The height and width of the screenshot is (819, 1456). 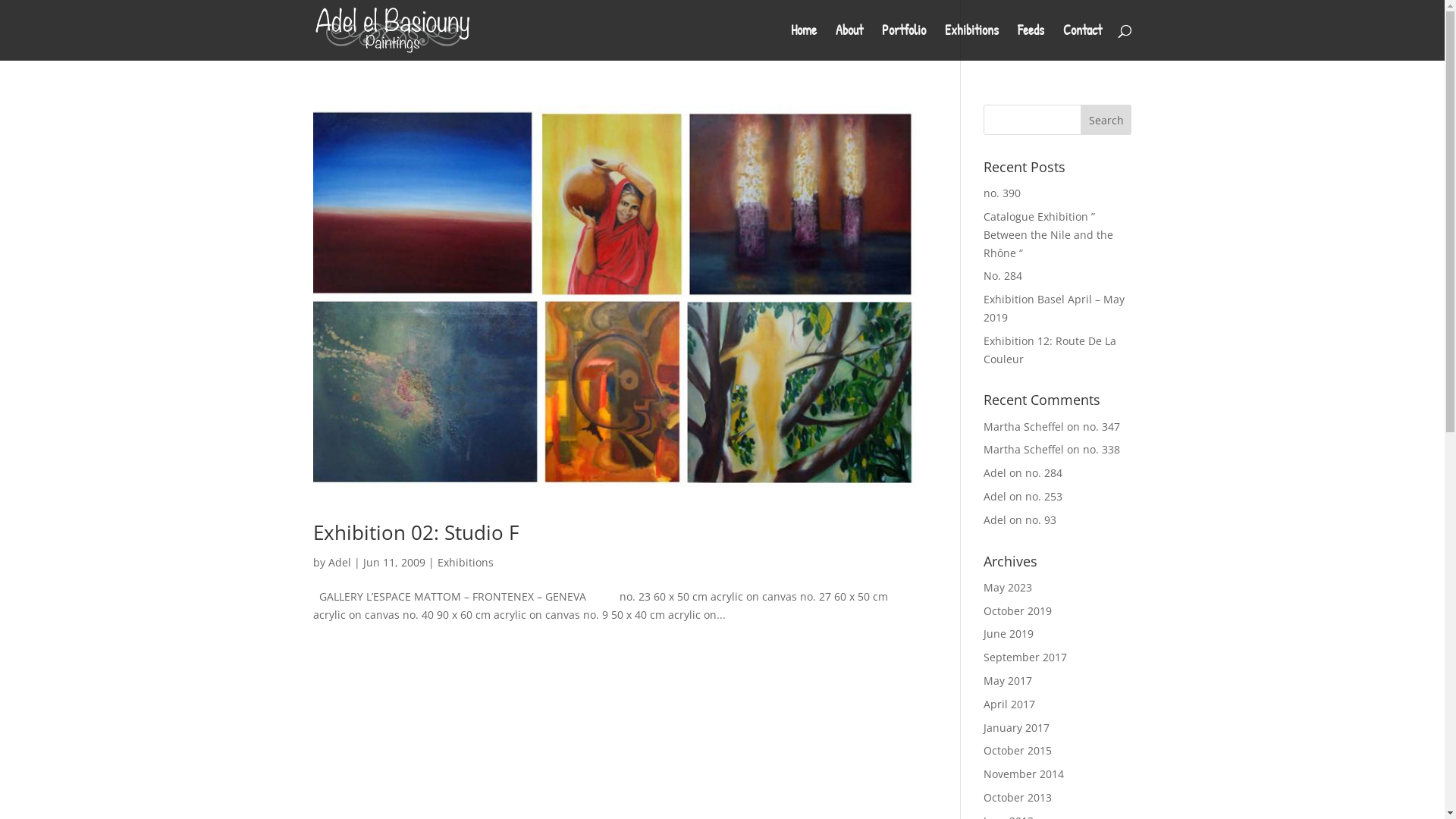 What do you see at coordinates (1023, 773) in the screenshot?
I see `'November 2014'` at bounding box center [1023, 773].